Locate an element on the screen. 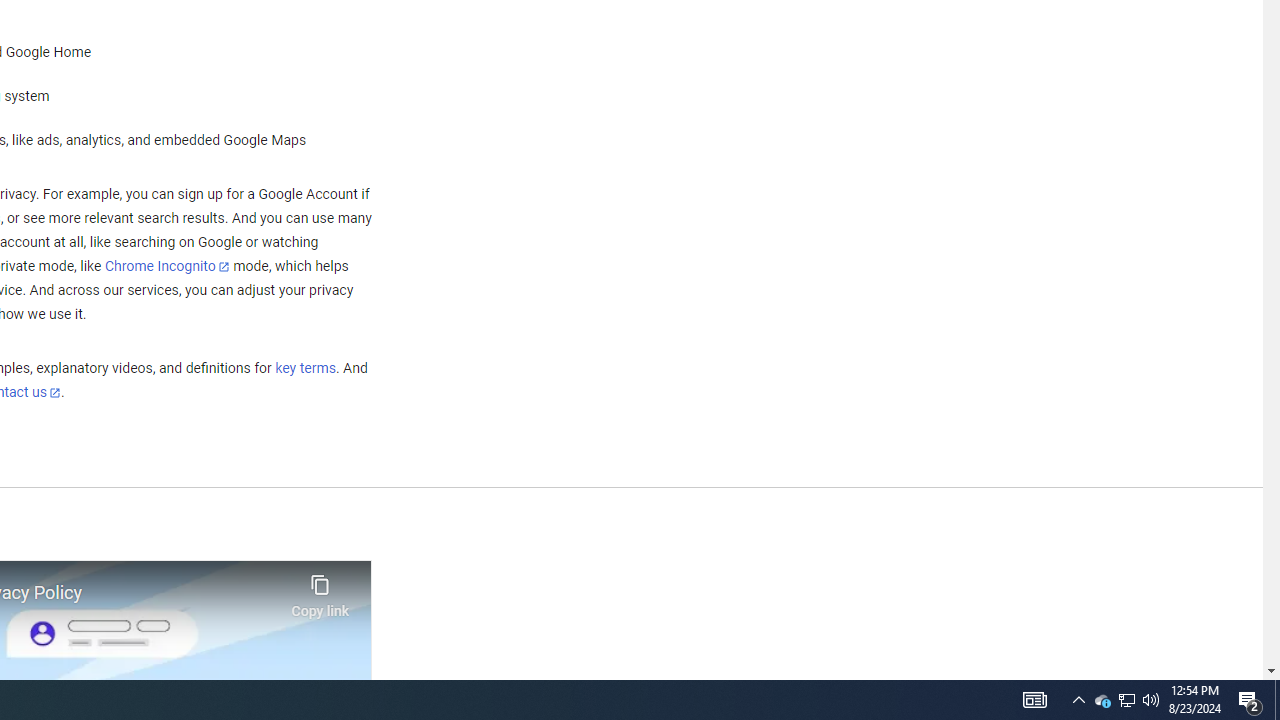 The image size is (1280, 720). 'Copy link' is located at coordinates (320, 590).